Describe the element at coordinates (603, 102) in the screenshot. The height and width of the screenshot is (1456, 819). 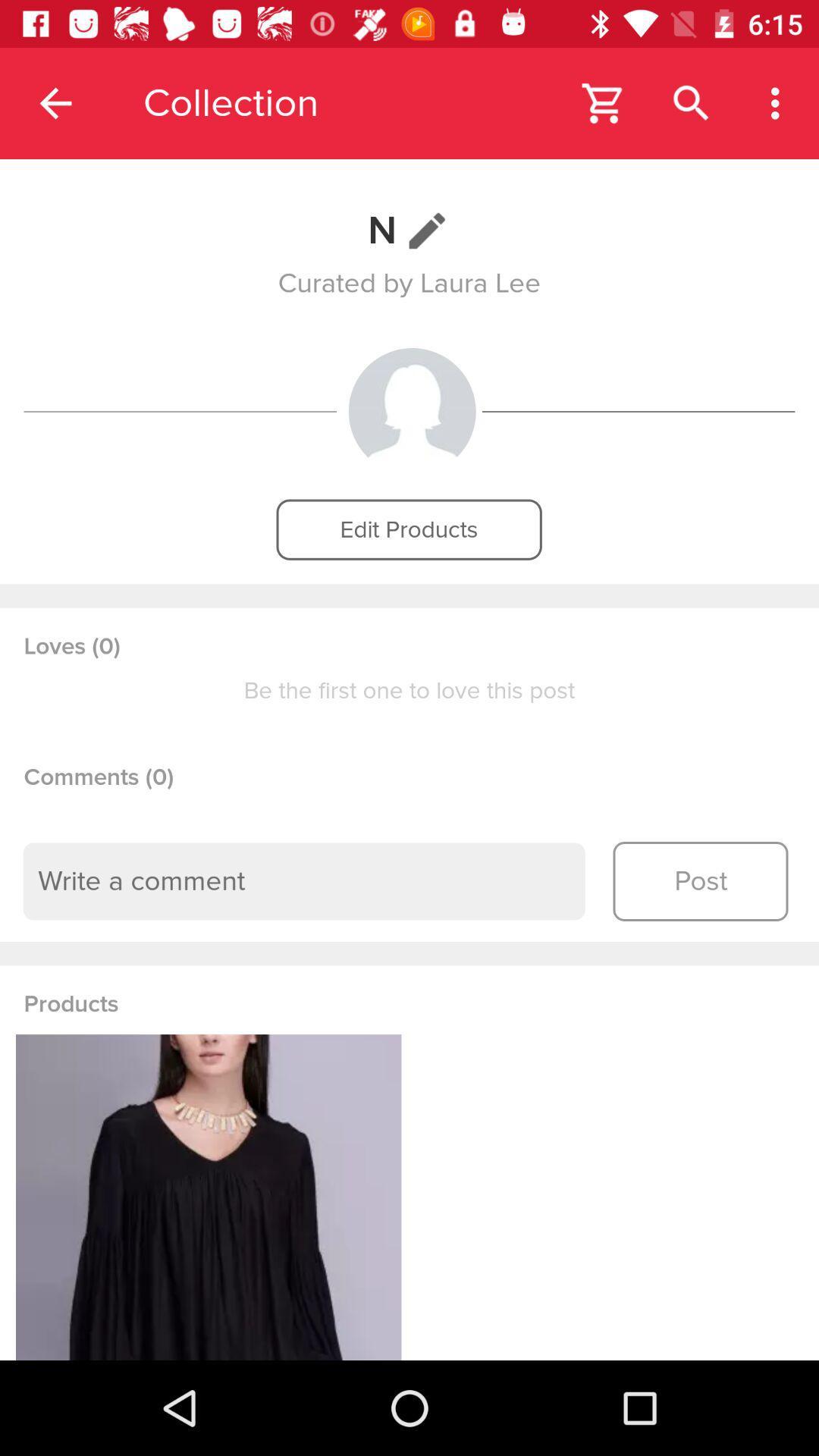
I see `item to the right of the collection app` at that location.